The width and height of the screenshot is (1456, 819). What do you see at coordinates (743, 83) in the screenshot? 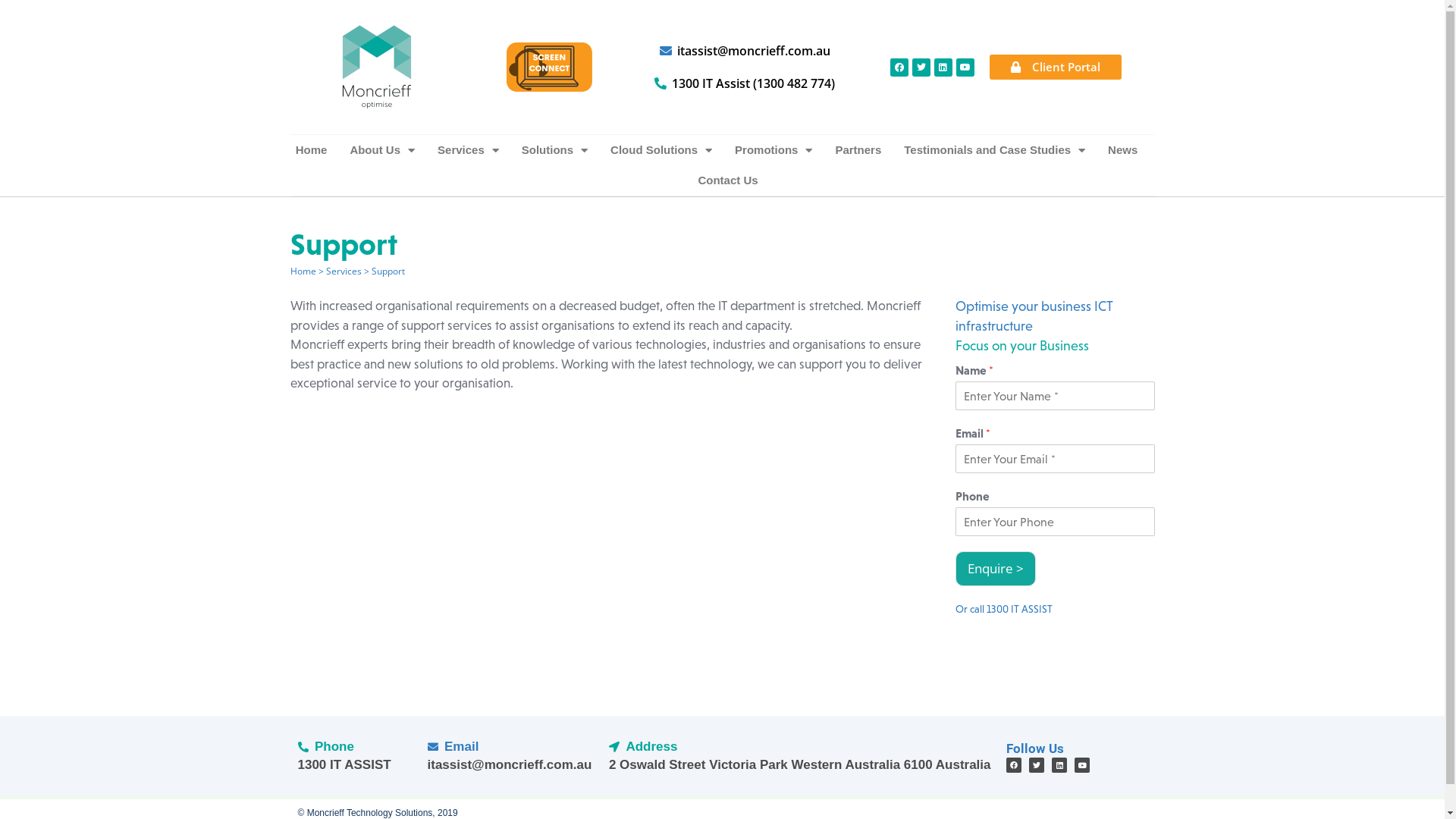
I see `'1300 IT Assist (1300 482 774)'` at bounding box center [743, 83].